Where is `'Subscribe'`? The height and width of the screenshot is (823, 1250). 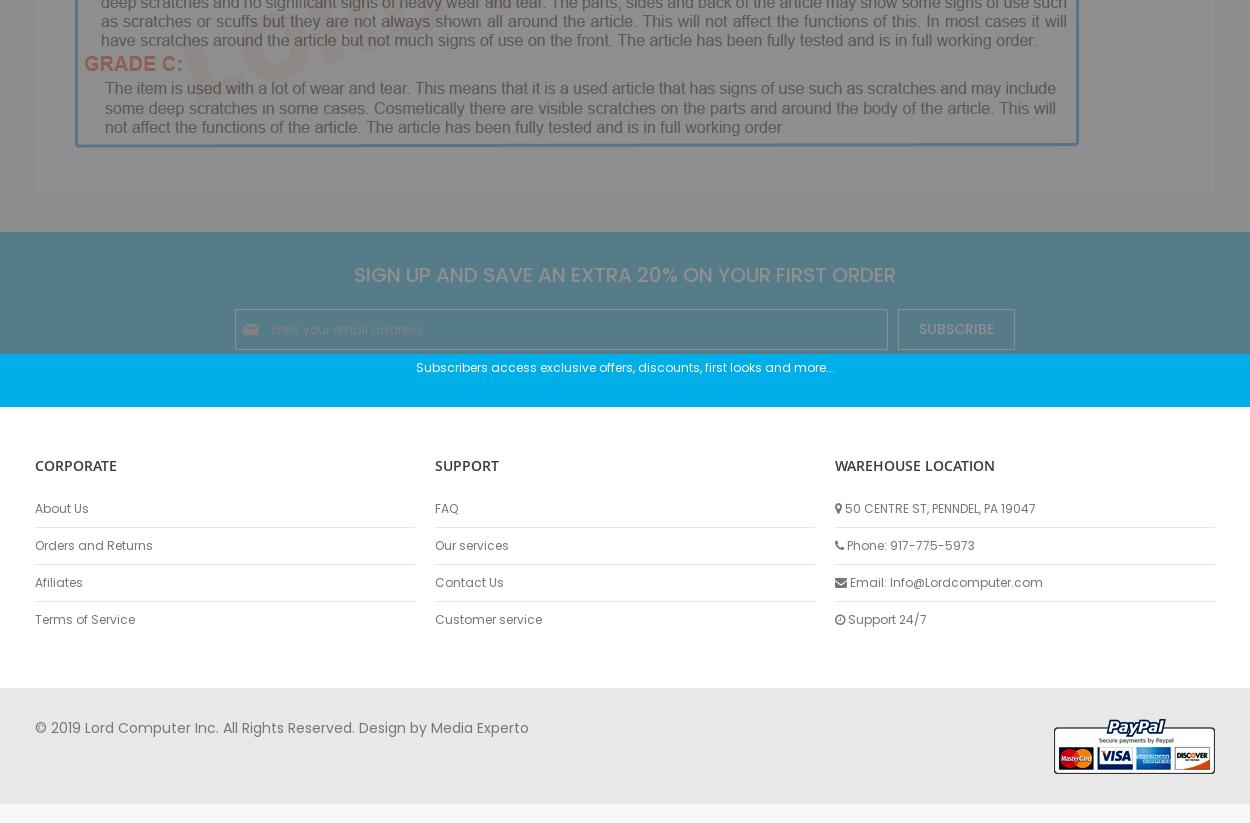 'Subscribe' is located at coordinates (955, 328).